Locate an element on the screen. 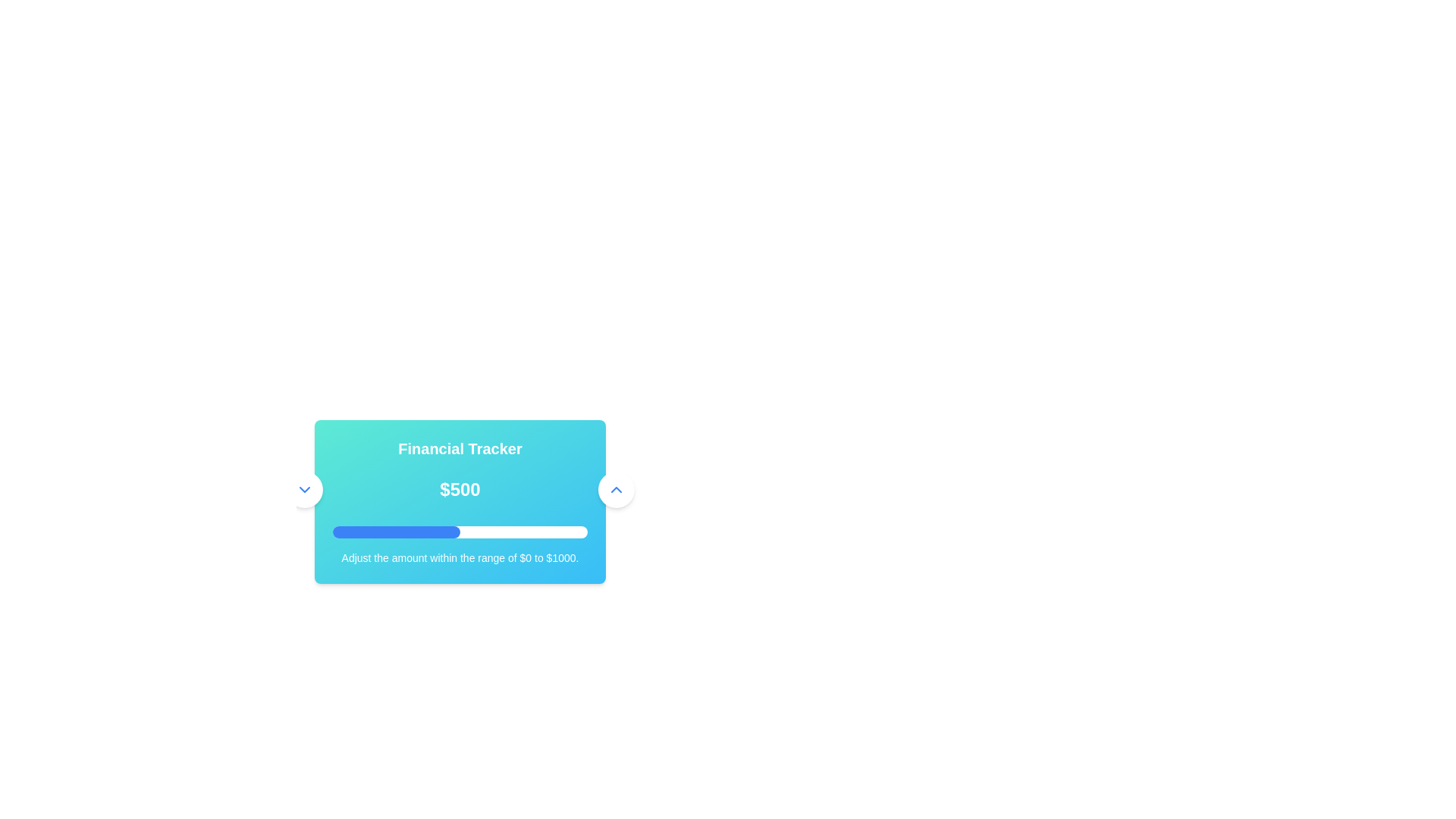 The image size is (1456, 819). displayed value in the Numeric Display Field located in the Financial Tracker interface, positioned centrally between increment and decrement icons is located at coordinates (459, 489).